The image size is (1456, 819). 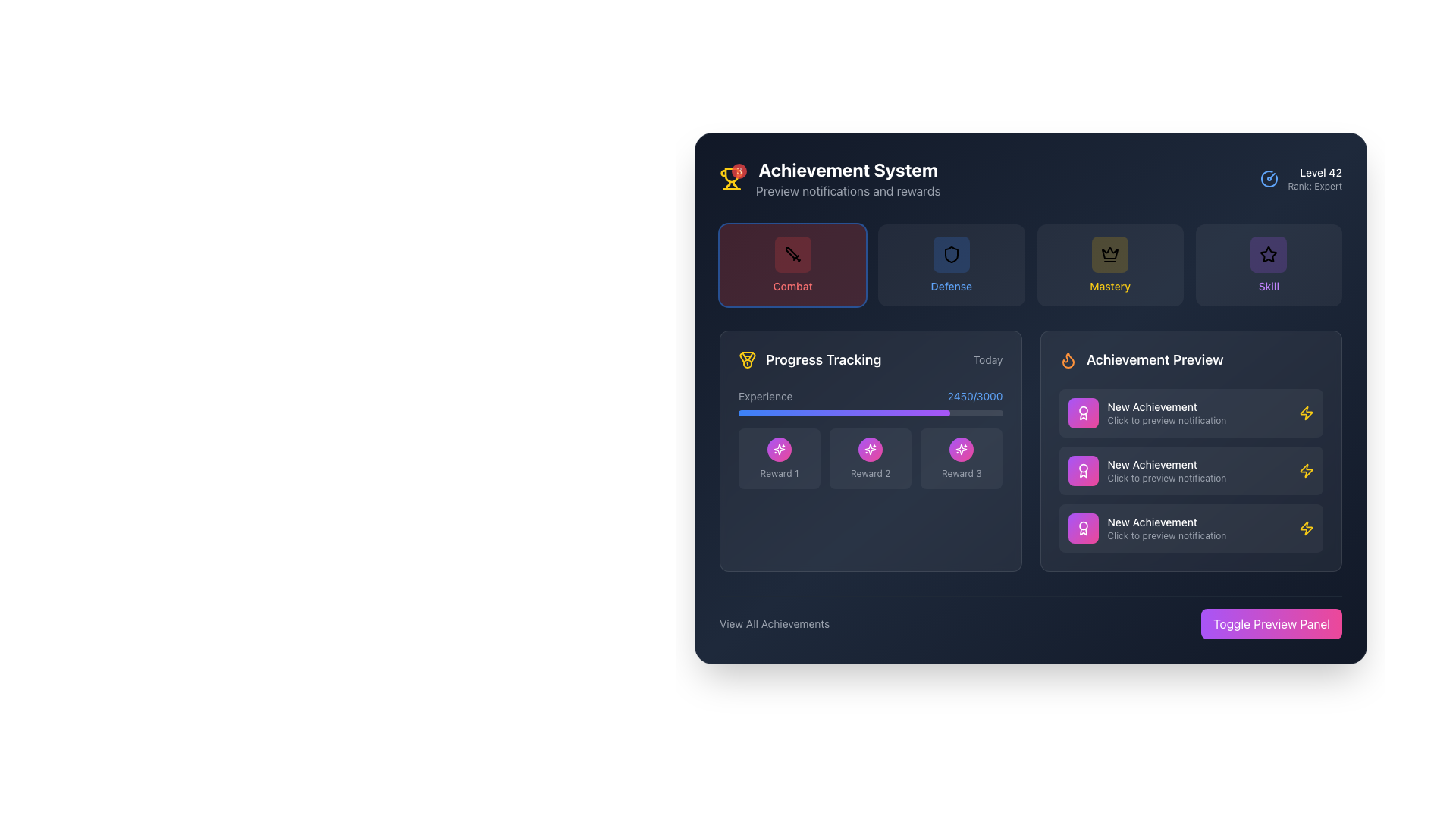 I want to click on the decorative icon located in the upper-right corner of the interface, next to the 'Level 42 Rank: Expert' text, so click(x=1269, y=177).